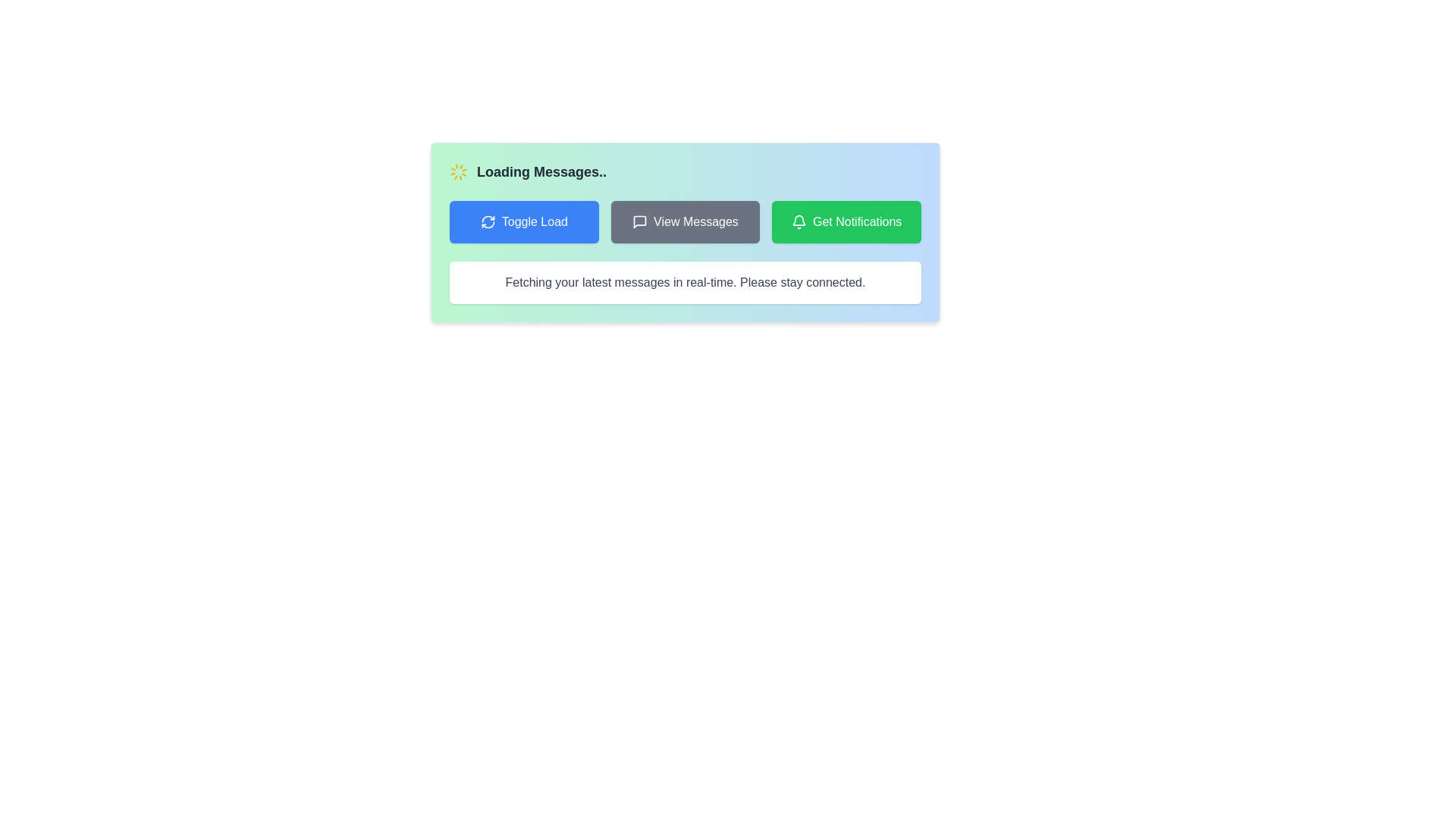 The image size is (1456, 819). Describe the element at coordinates (684, 222) in the screenshot. I see `the central button in the three-button group that serves` at that location.